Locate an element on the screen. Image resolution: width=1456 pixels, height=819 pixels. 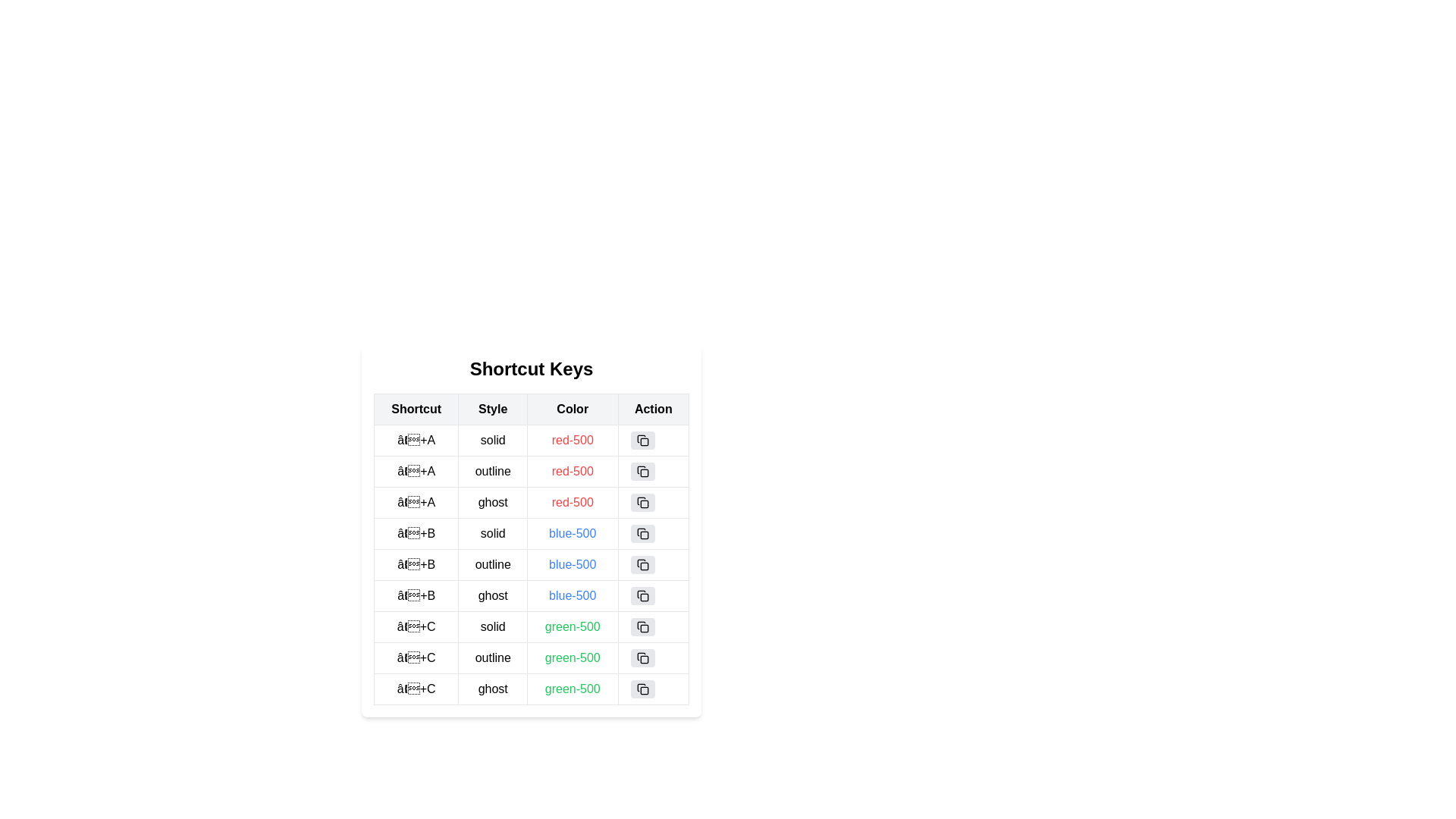
the button in the 'Action' column of the table that resembles overlapping rectangles, located at the bottom right cell corresponding to 'Shortcut = ⌘+B' is located at coordinates (653, 533).